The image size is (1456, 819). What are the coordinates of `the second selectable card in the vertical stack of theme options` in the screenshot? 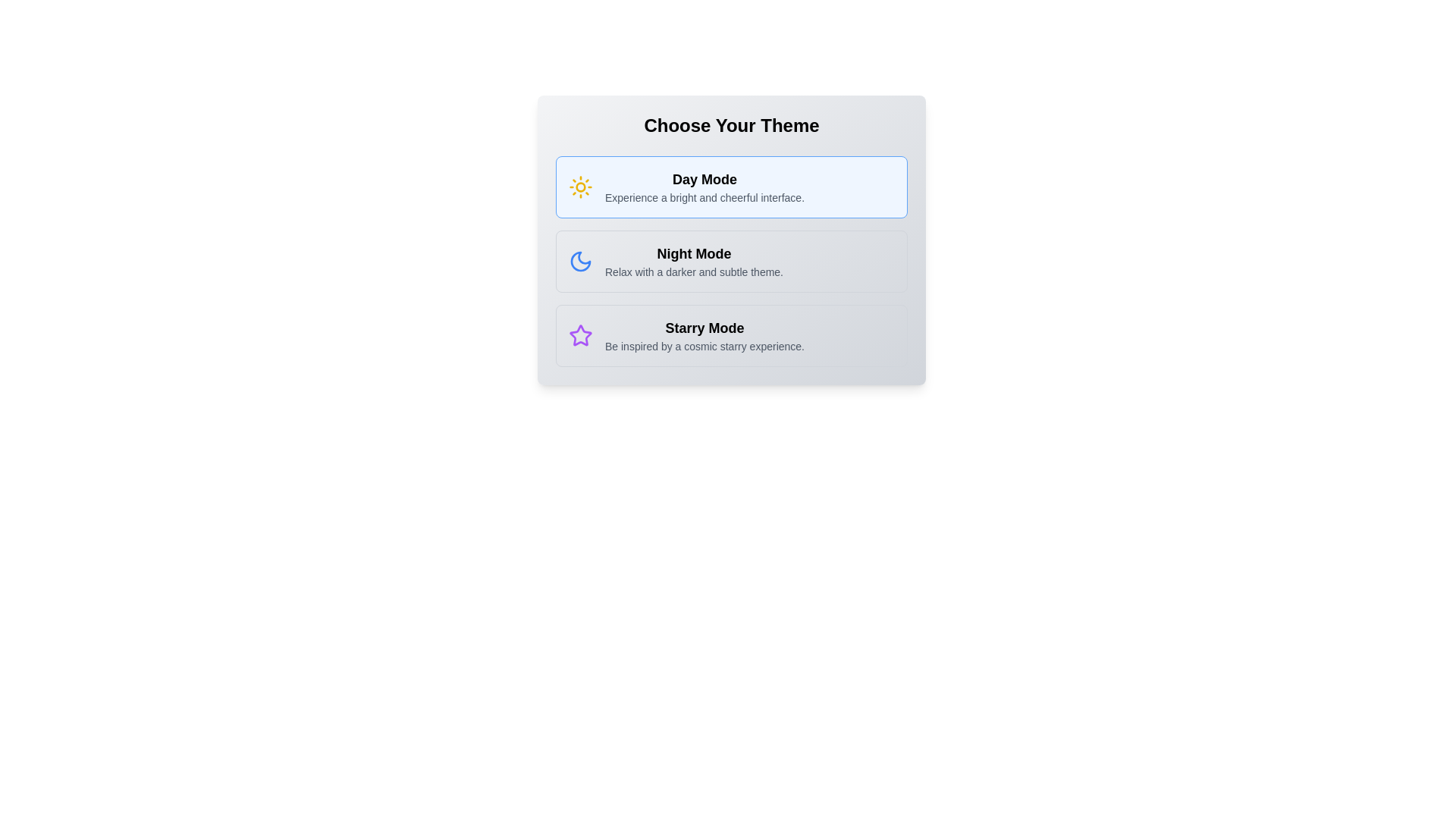 It's located at (731, 260).